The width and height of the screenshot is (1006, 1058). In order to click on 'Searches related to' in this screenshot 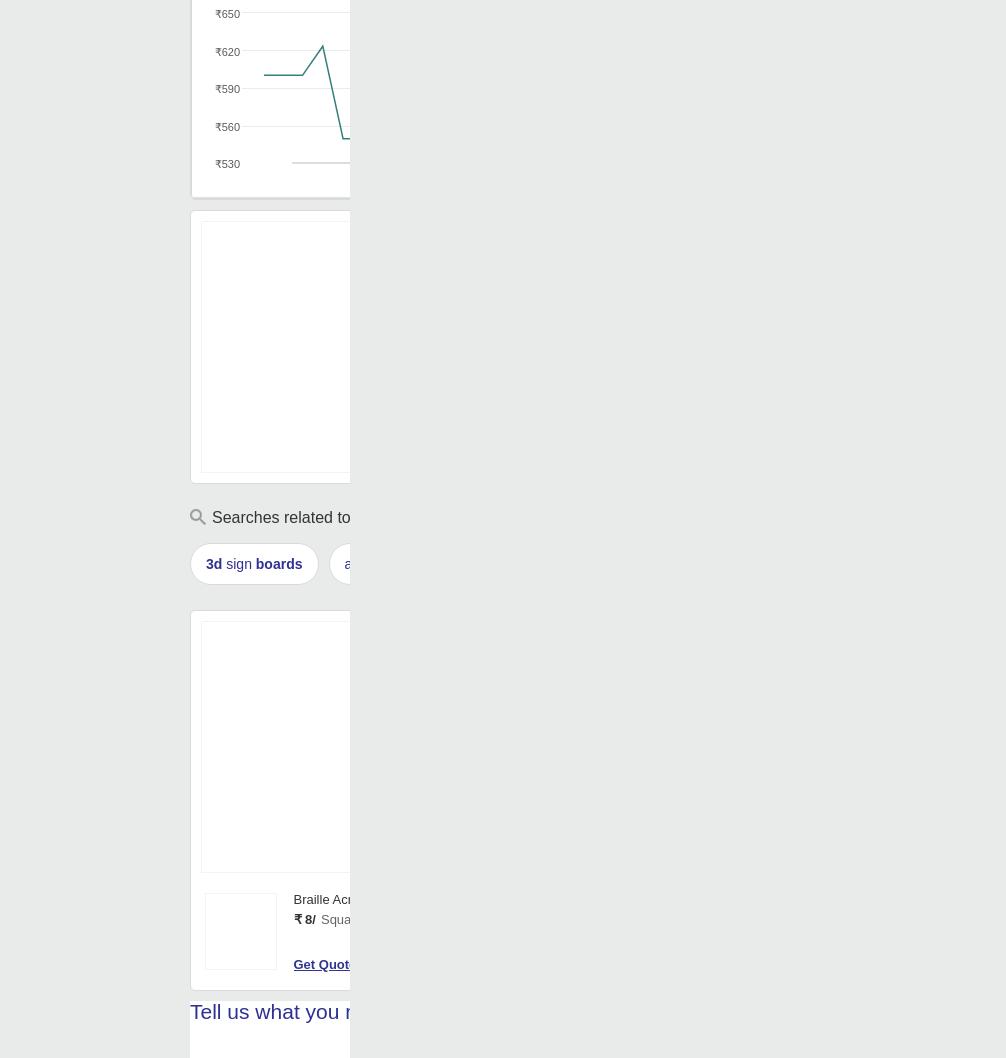, I will do `click(282, 516)`.